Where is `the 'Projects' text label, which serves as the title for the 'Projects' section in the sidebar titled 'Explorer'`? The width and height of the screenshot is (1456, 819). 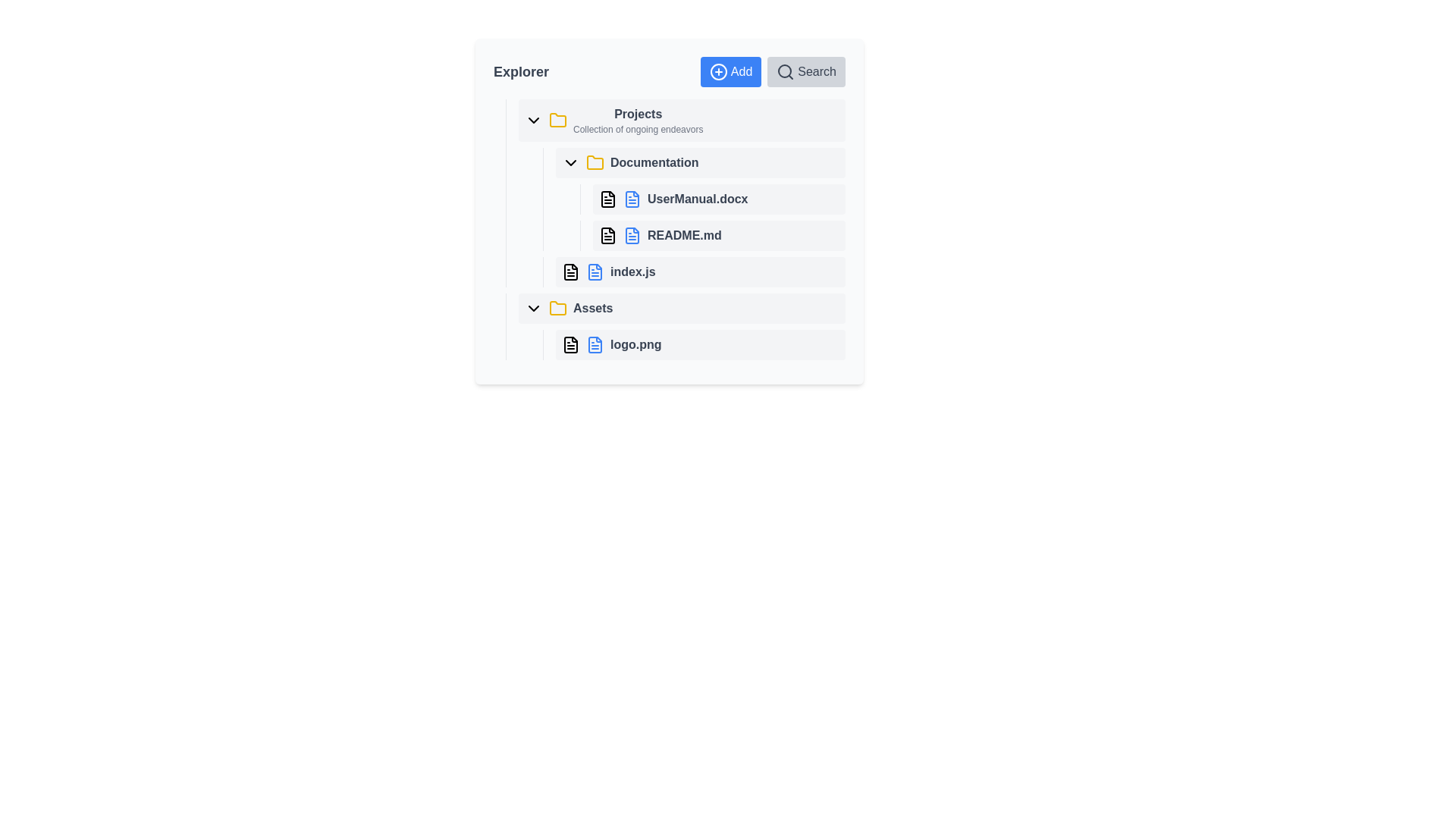
the 'Projects' text label, which serves as the title for the 'Projects' section in the sidebar titled 'Explorer' is located at coordinates (638, 113).